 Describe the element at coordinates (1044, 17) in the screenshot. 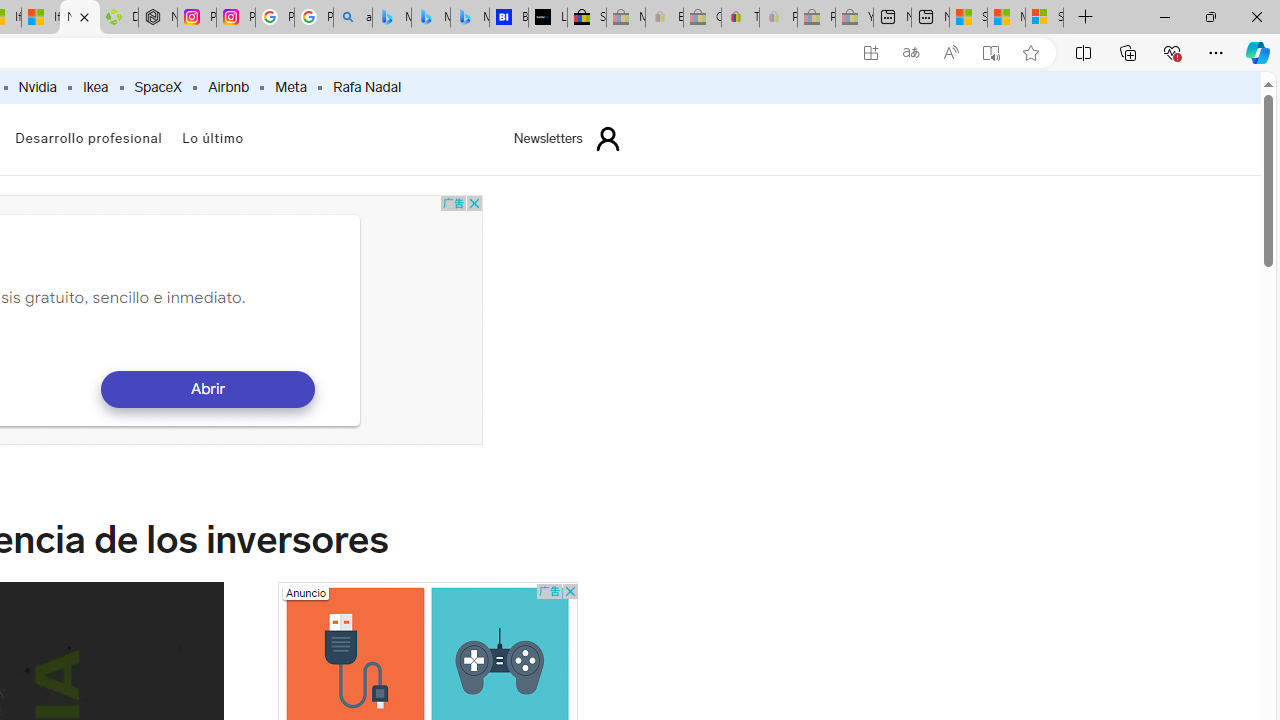

I see `'Sign in to your Microsoft account'` at that location.